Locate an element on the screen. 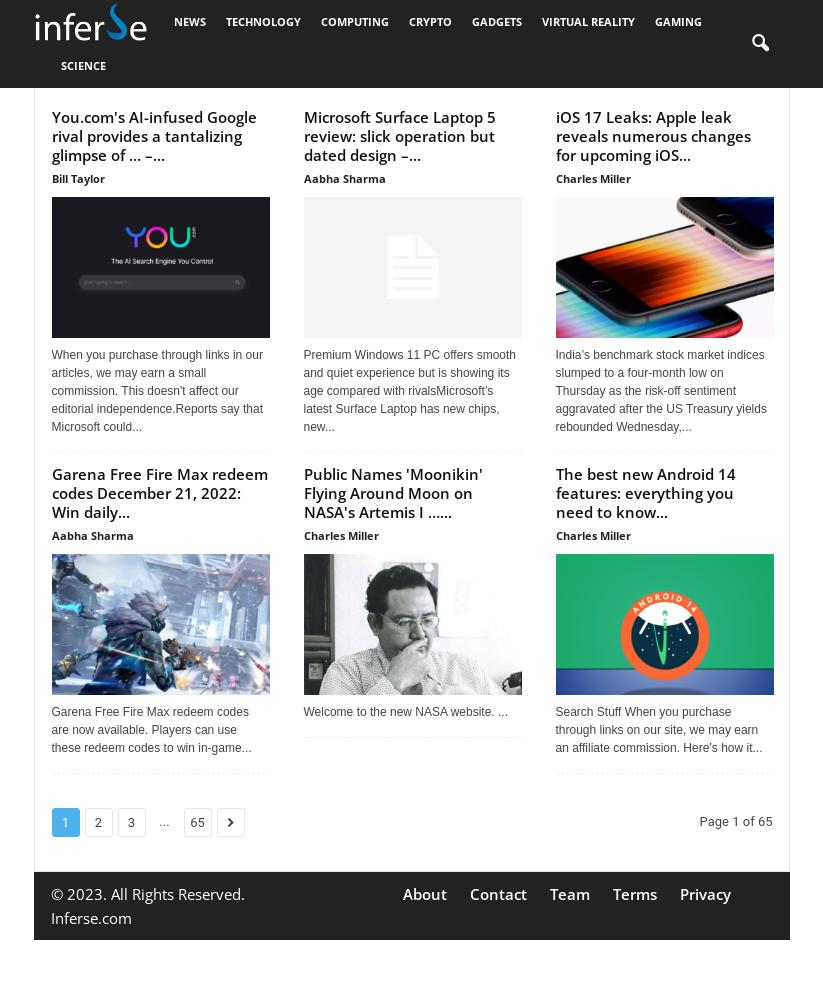  'Terms' is located at coordinates (610, 894).